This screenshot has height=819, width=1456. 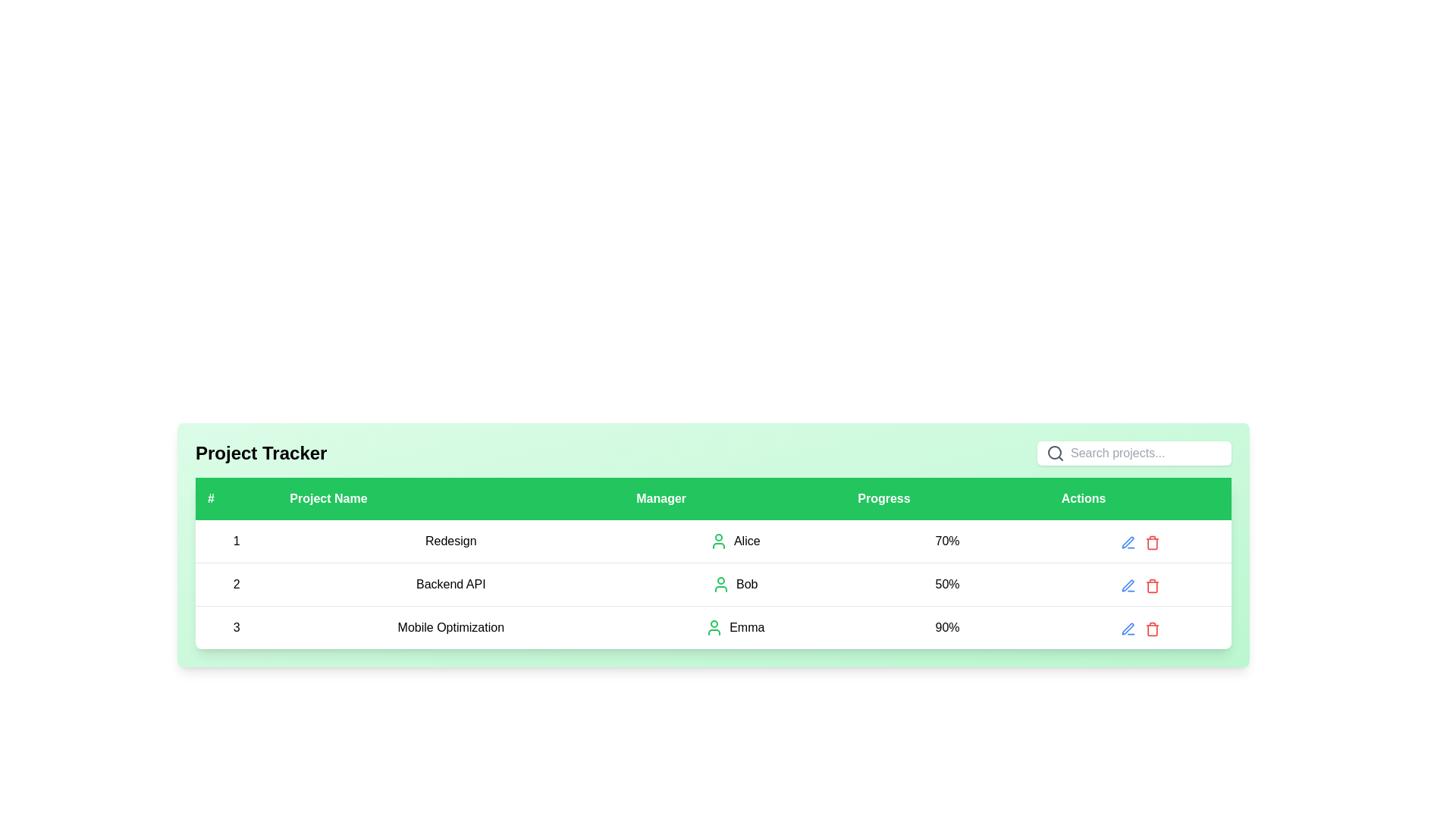 What do you see at coordinates (1128, 585) in the screenshot?
I see `the edit button located in the second row of the 'Actions' column of the table` at bounding box center [1128, 585].